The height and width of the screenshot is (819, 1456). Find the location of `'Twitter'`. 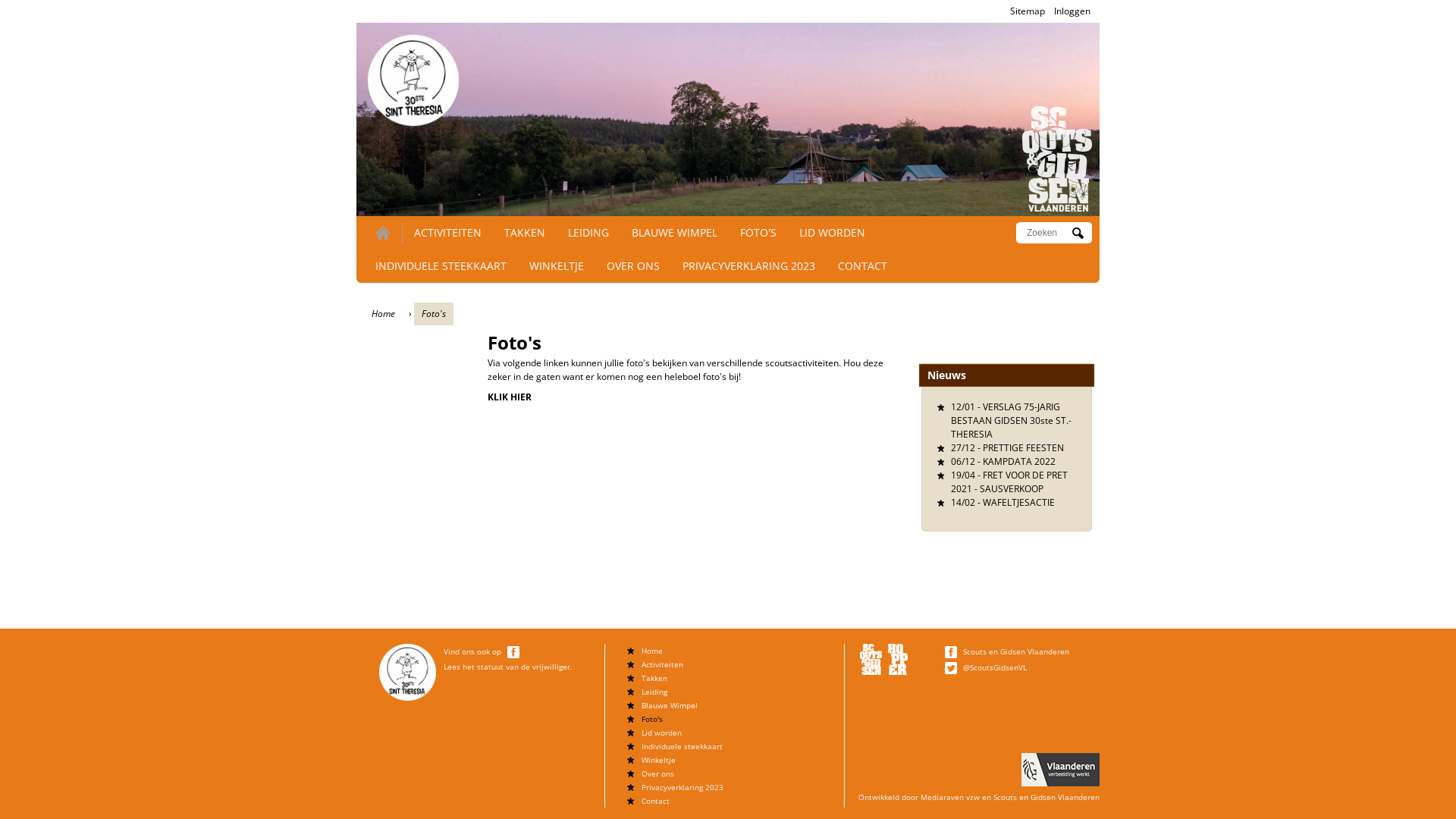

'Twitter' is located at coordinates (949, 667).